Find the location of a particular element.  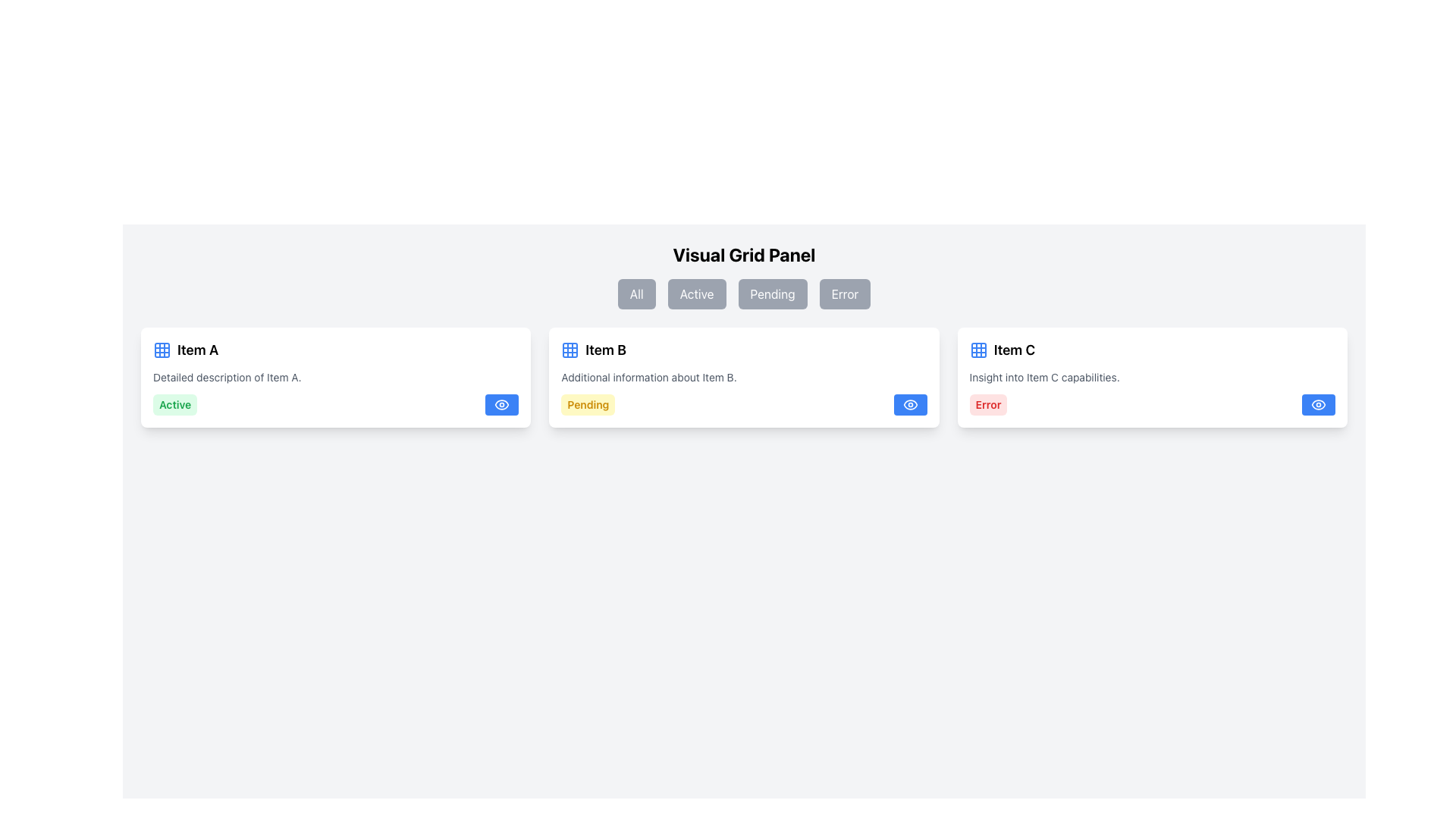

the 'Active' filter button, which is the second button in a row of four, located between the 'All' and 'Pending' buttons at the top of the interface is located at coordinates (696, 294).